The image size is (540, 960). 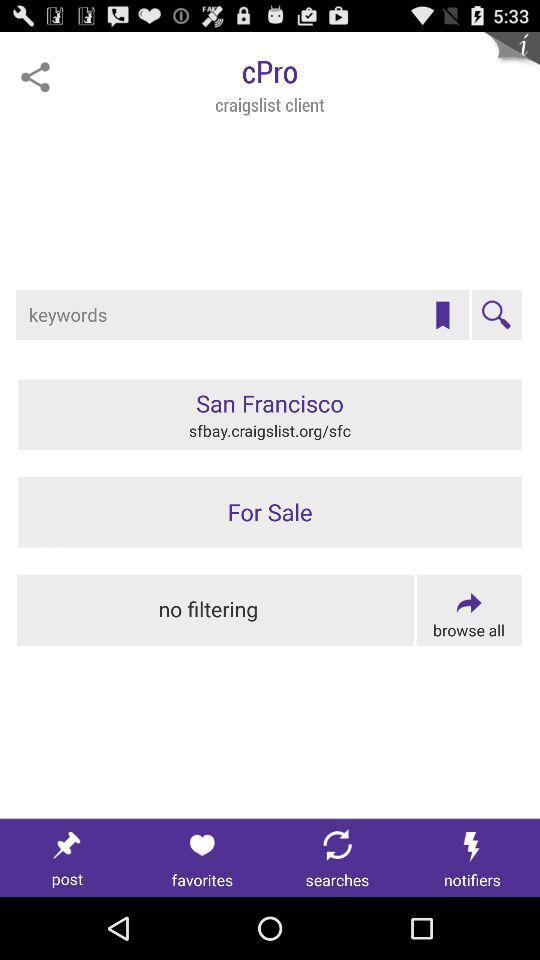 What do you see at coordinates (511, 58) in the screenshot?
I see `more info` at bounding box center [511, 58].